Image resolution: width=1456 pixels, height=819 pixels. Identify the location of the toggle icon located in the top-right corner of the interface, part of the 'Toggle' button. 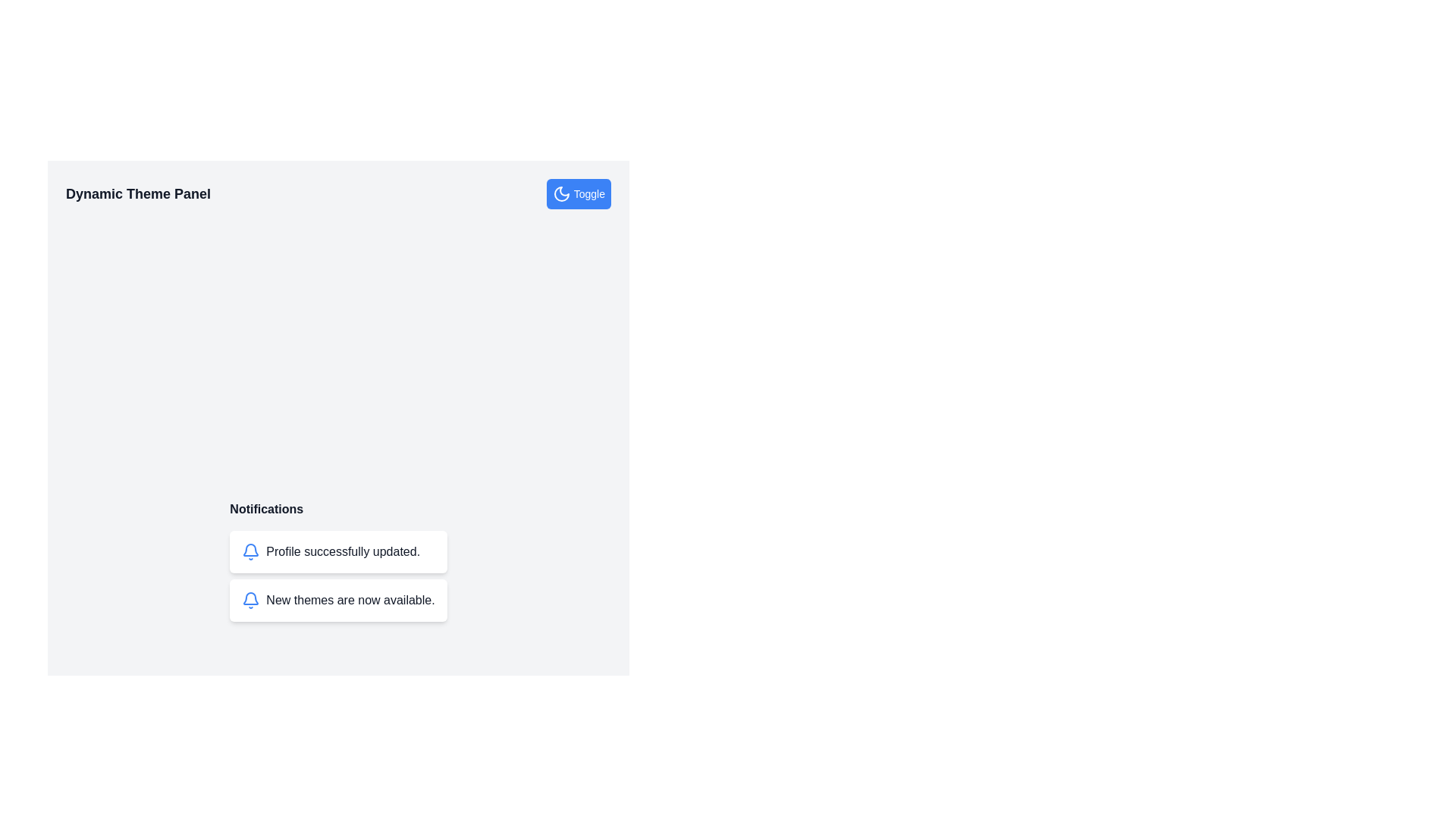
(560, 193).